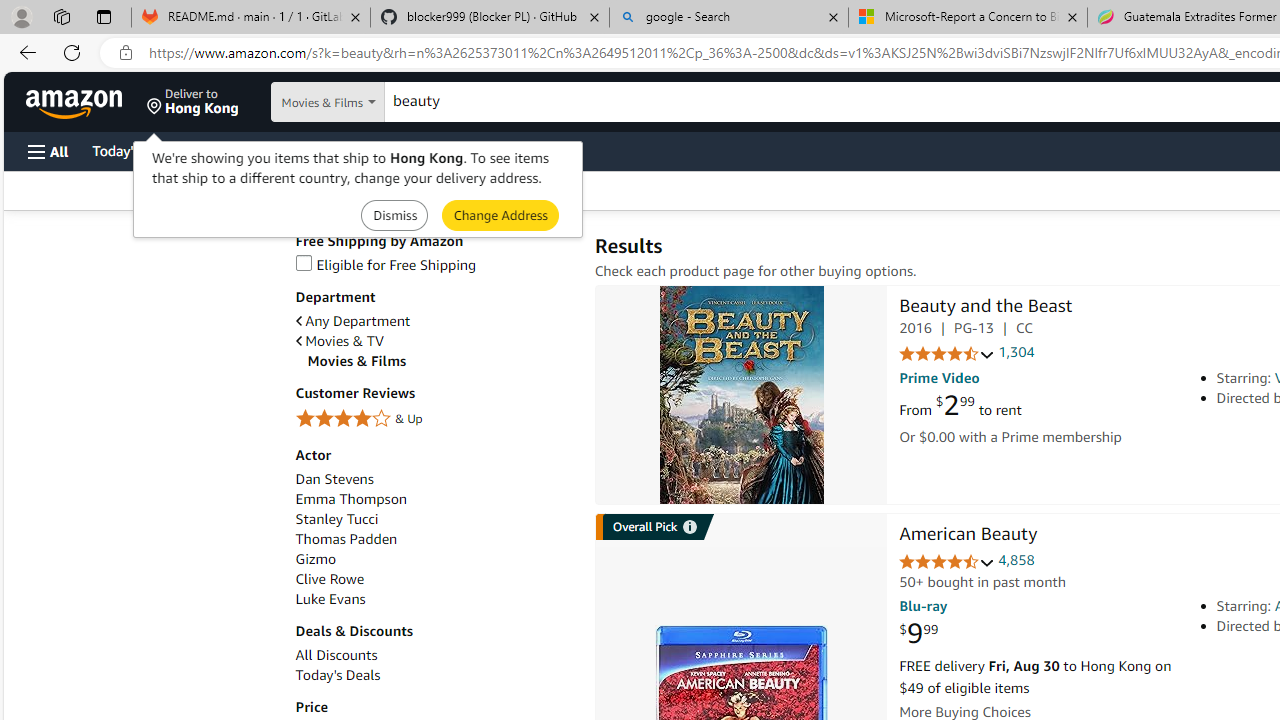 This screenshot has width=1280, height=720. Describe the element at coordinates (337, 675) in the screenshot. I see `'Today'` at that location.